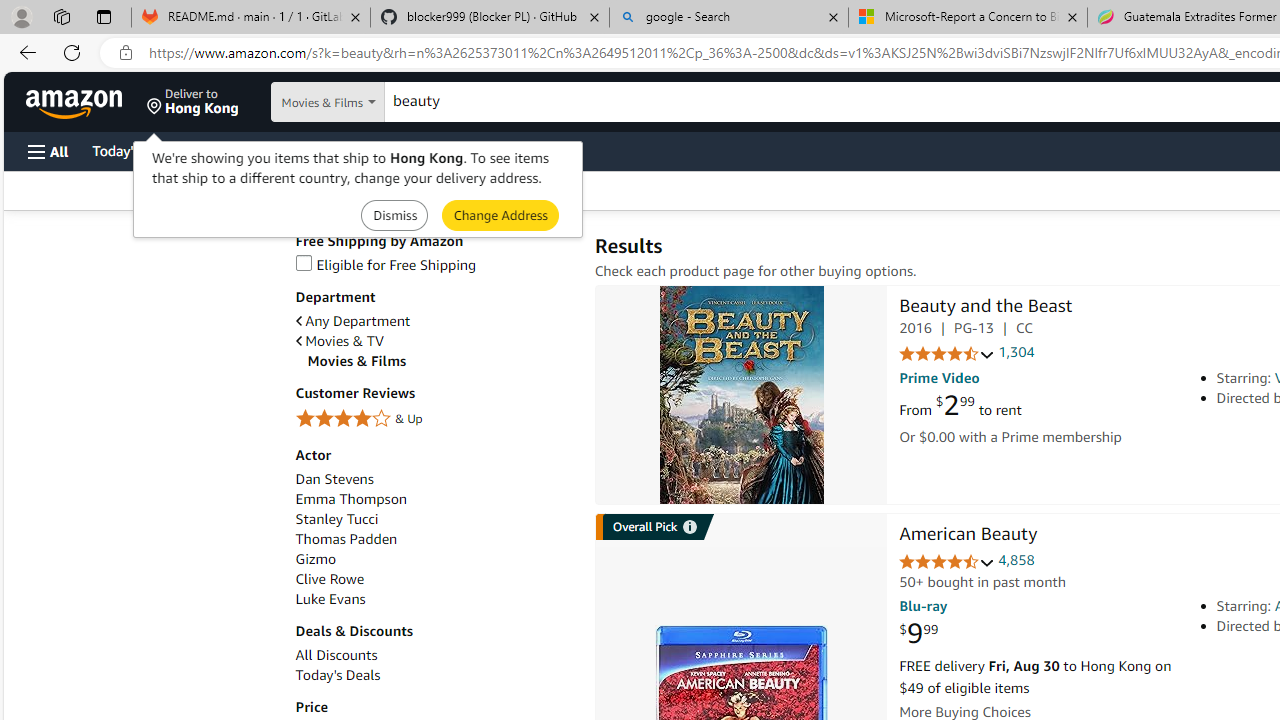 This screenshot has width=1280, height=720. Describe the element at coordinates (337, 675) in the screenshot. I see `'Today'` at that location.